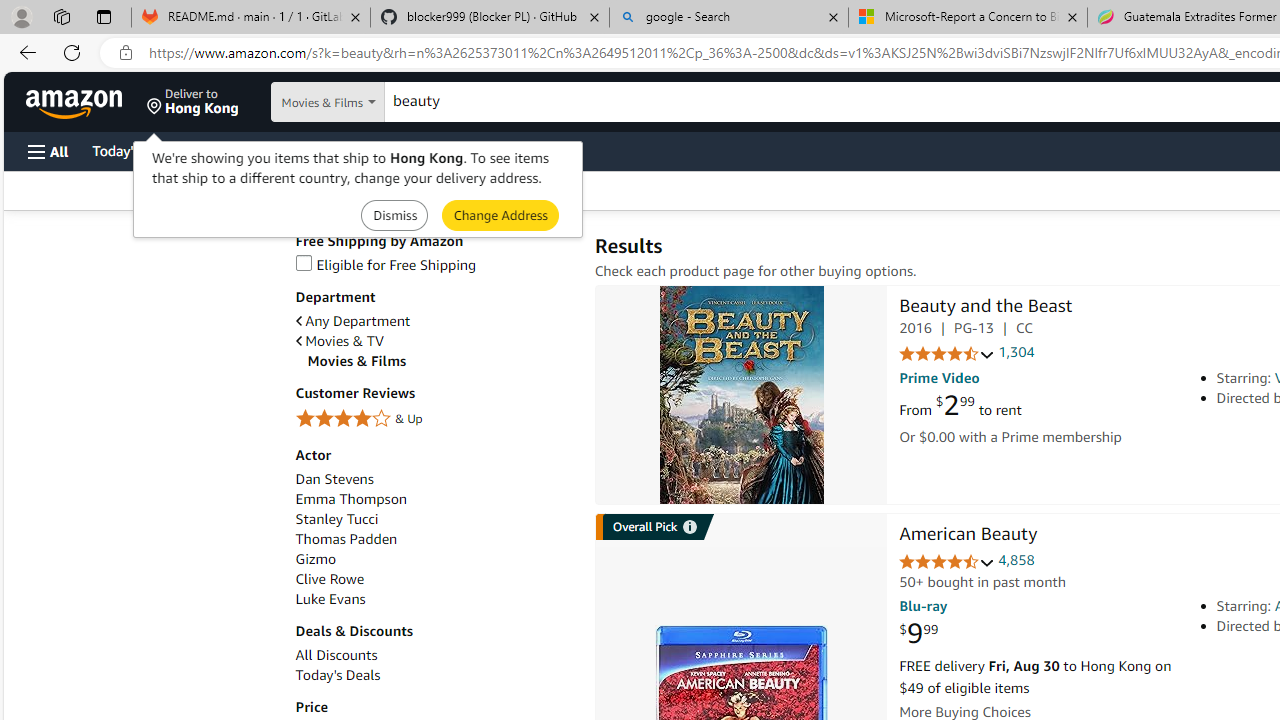 This screenshot has width=1280, height=720. Describe the element at coordinates (337, 675) in the screenshot. I see `'Today'` at that location.